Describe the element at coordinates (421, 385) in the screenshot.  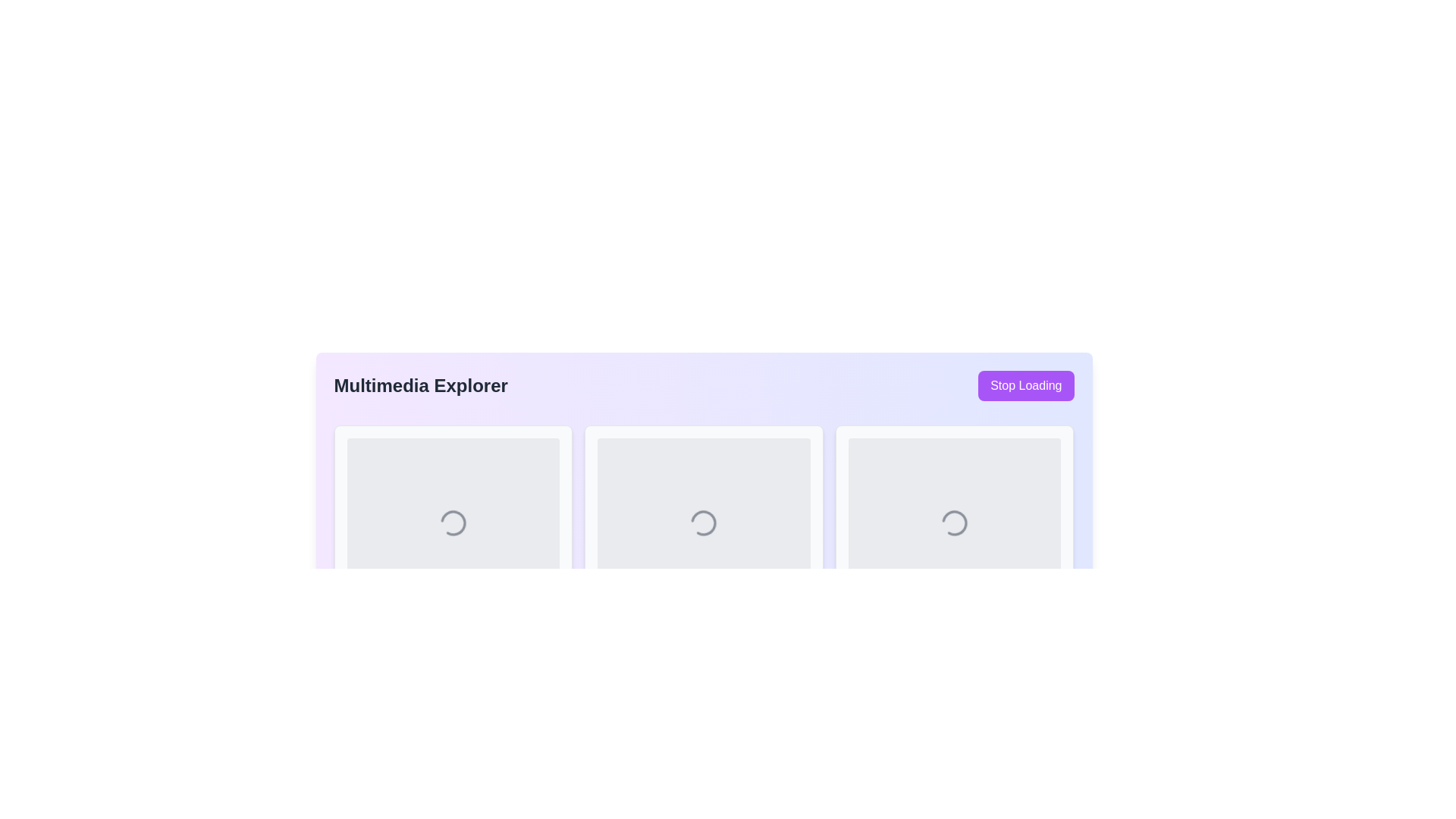
I see `the 'Multimedia Explorer' text label, which serves as a title for the interface and is positioned centrally on the top row` at that location.